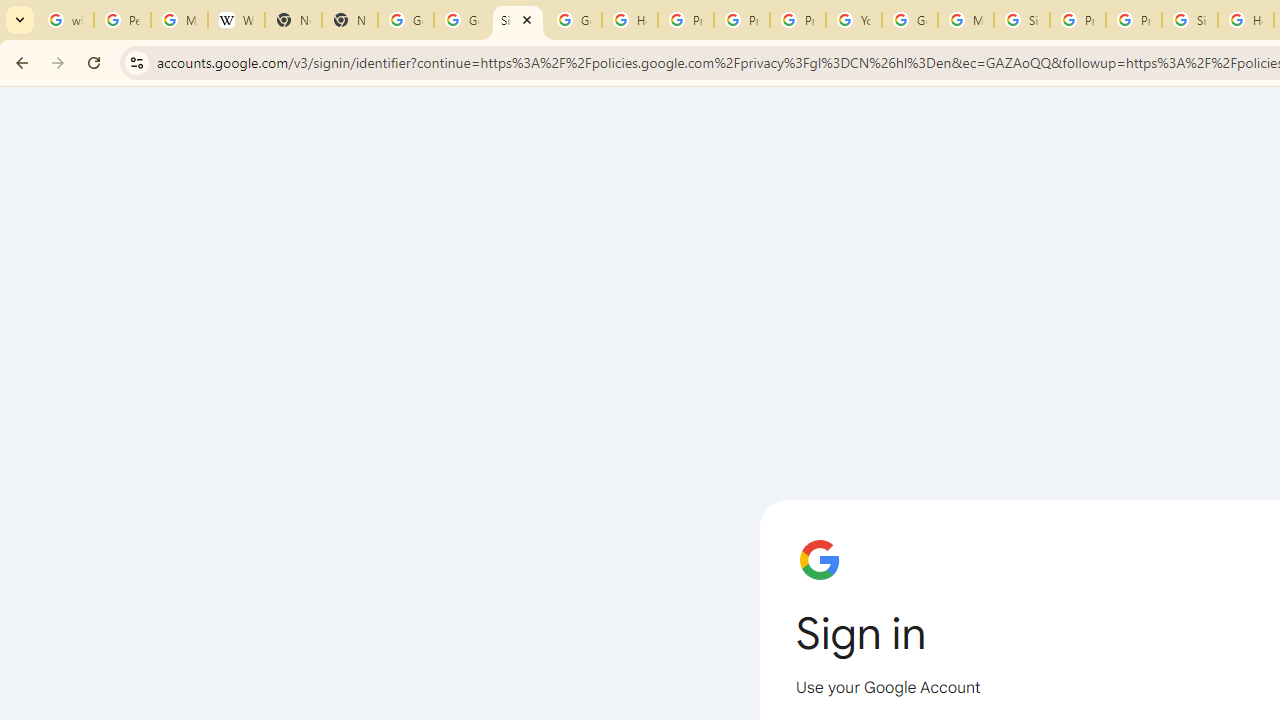 Image resolution: width=1280 pixels, height=720 pixels. Describe the element at coordinates (461, 20) in the screenshot. I see `'Google Drive: Sign-in'` at that location.